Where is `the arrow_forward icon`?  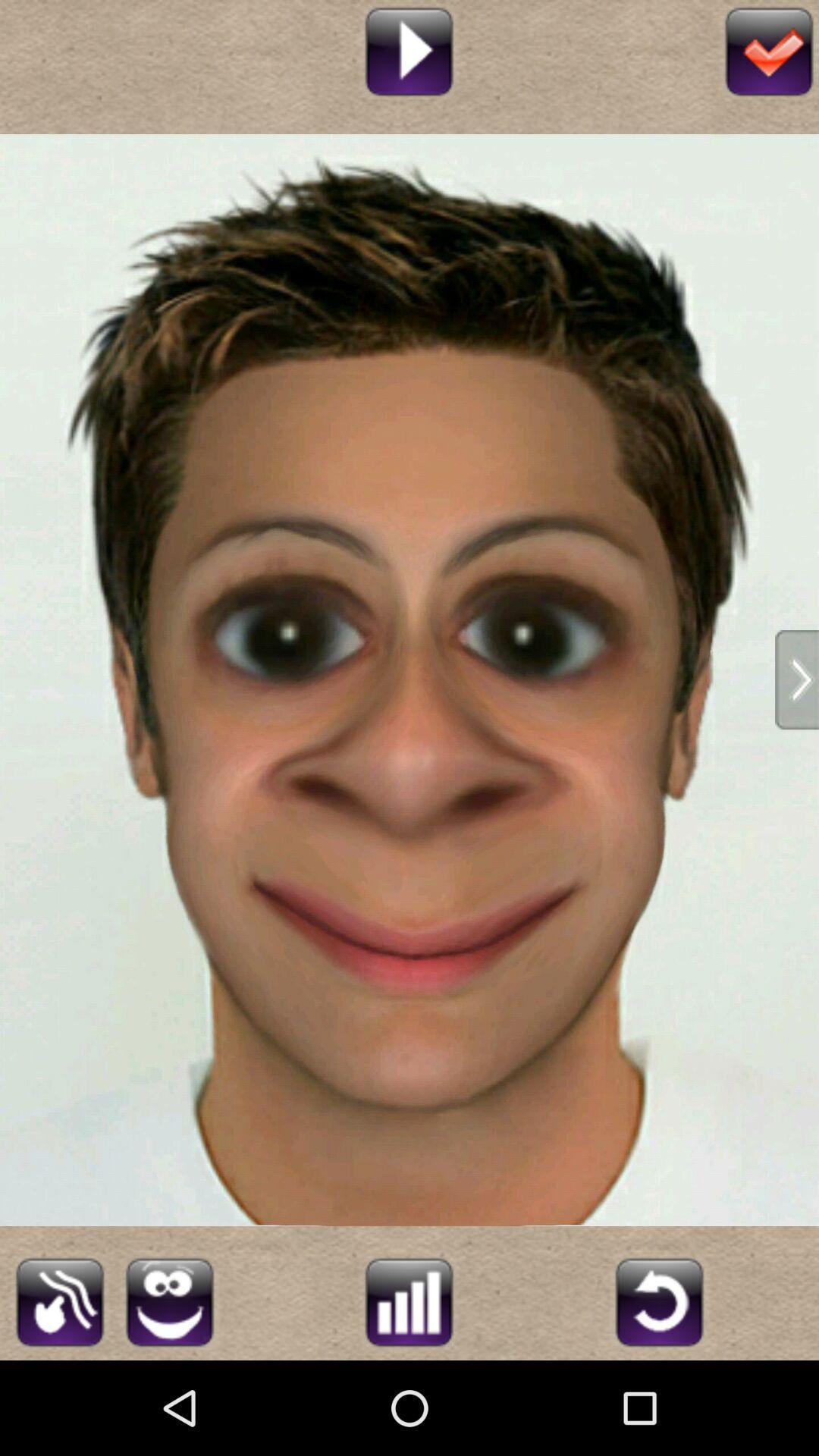 the arrow_forward icon is located at coordinates (796, 726).